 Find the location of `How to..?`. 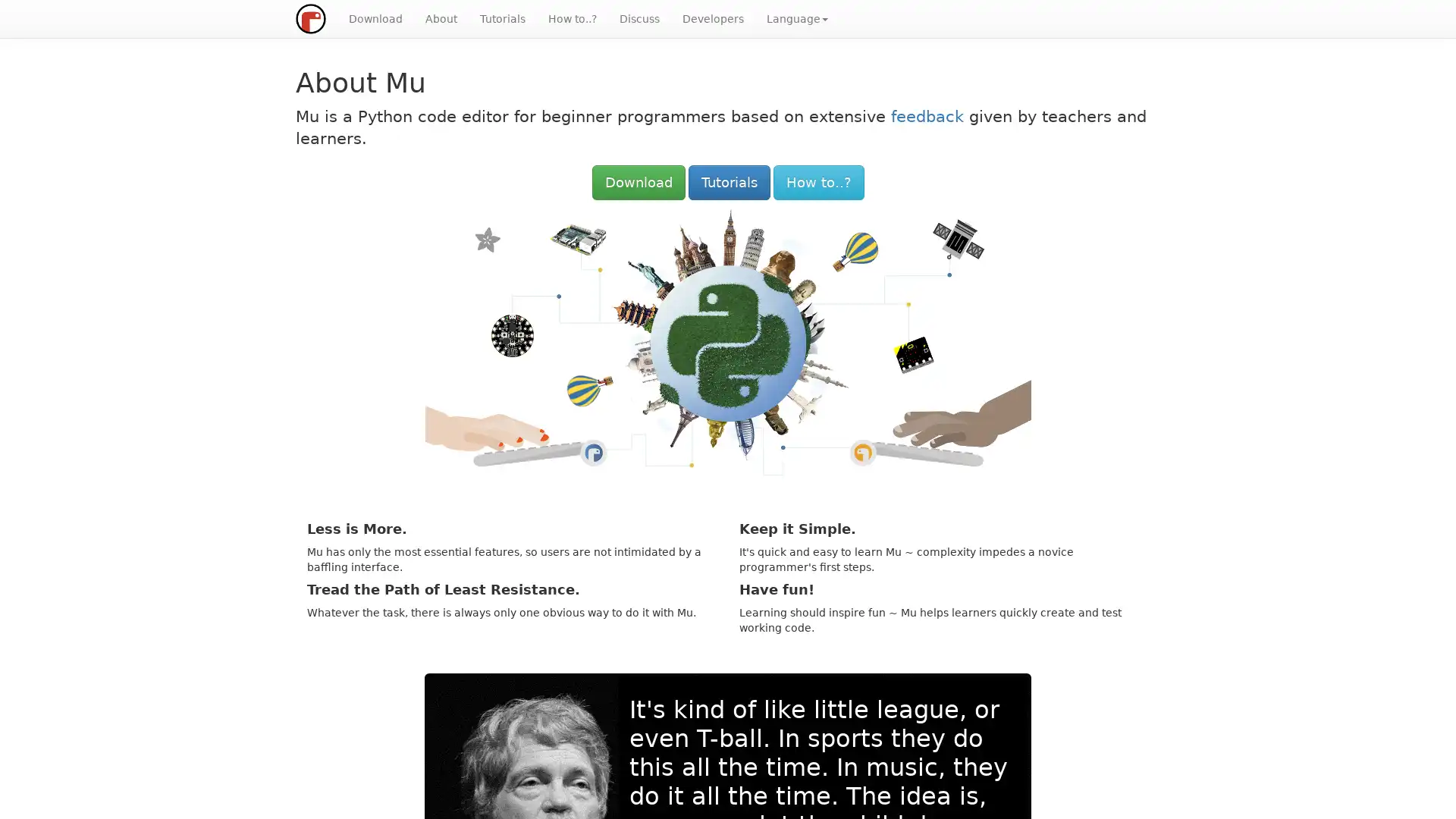

How to..? is located at coordinates (817, 181).